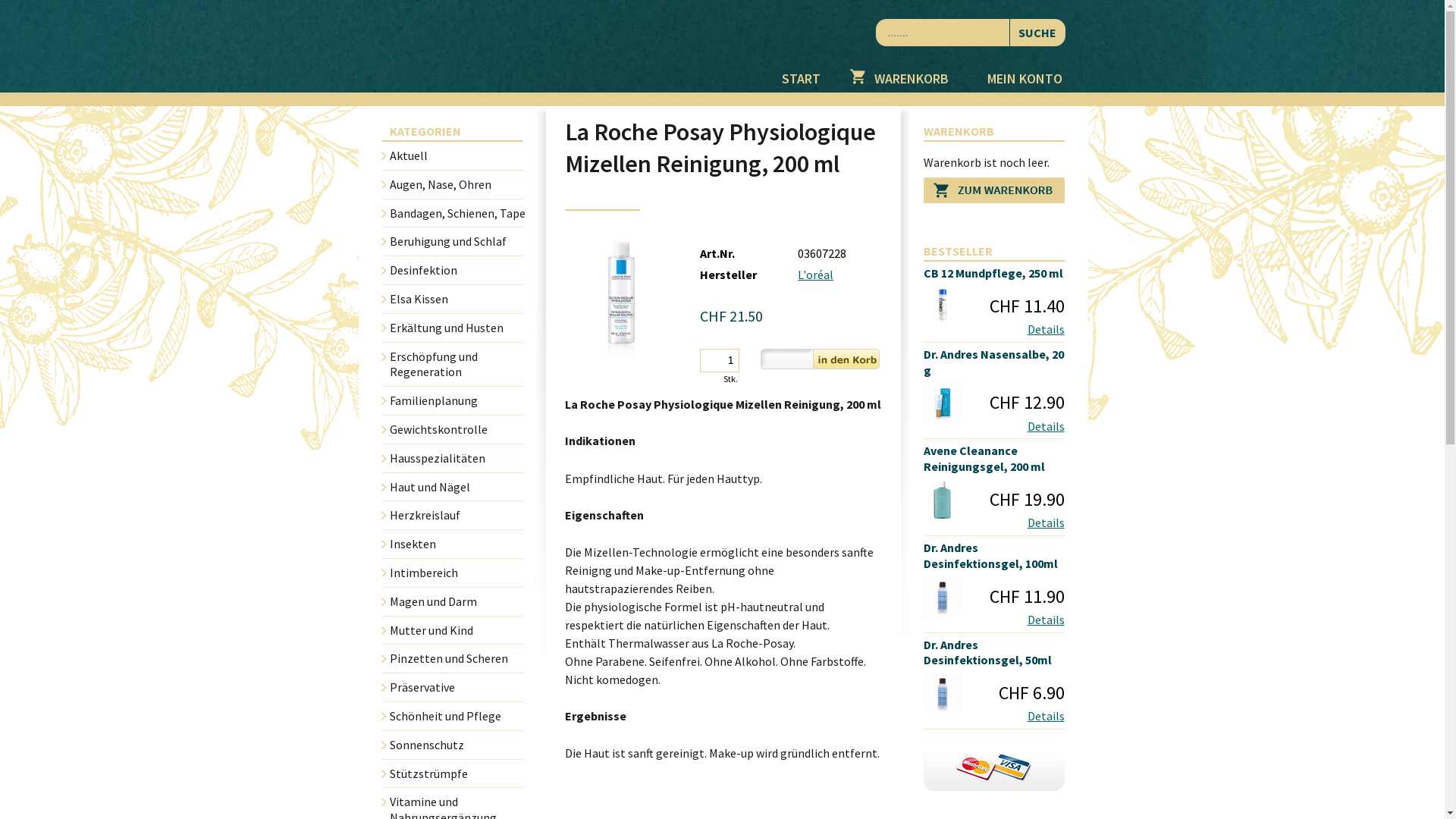 The height and width of the screenshot is (819, 1456). Describe the element at coordinates (455, 543) in the screenshot. I see `'Insekten'` at that location.